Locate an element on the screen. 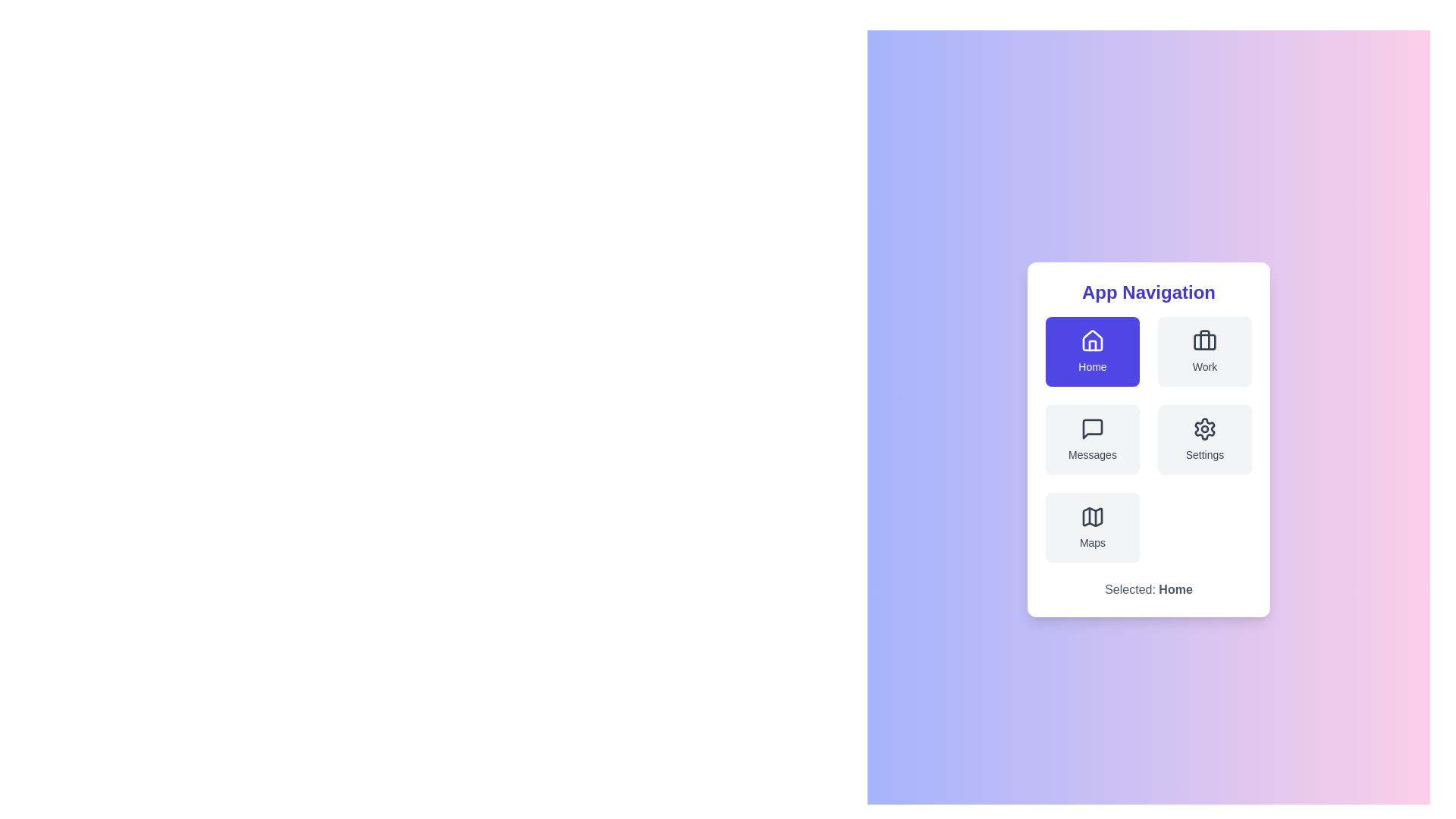 The width and height of the screenshot is (1456, 819). the menu item labeled Work to preview its visual feedback is located at coordinates (1203, 351).